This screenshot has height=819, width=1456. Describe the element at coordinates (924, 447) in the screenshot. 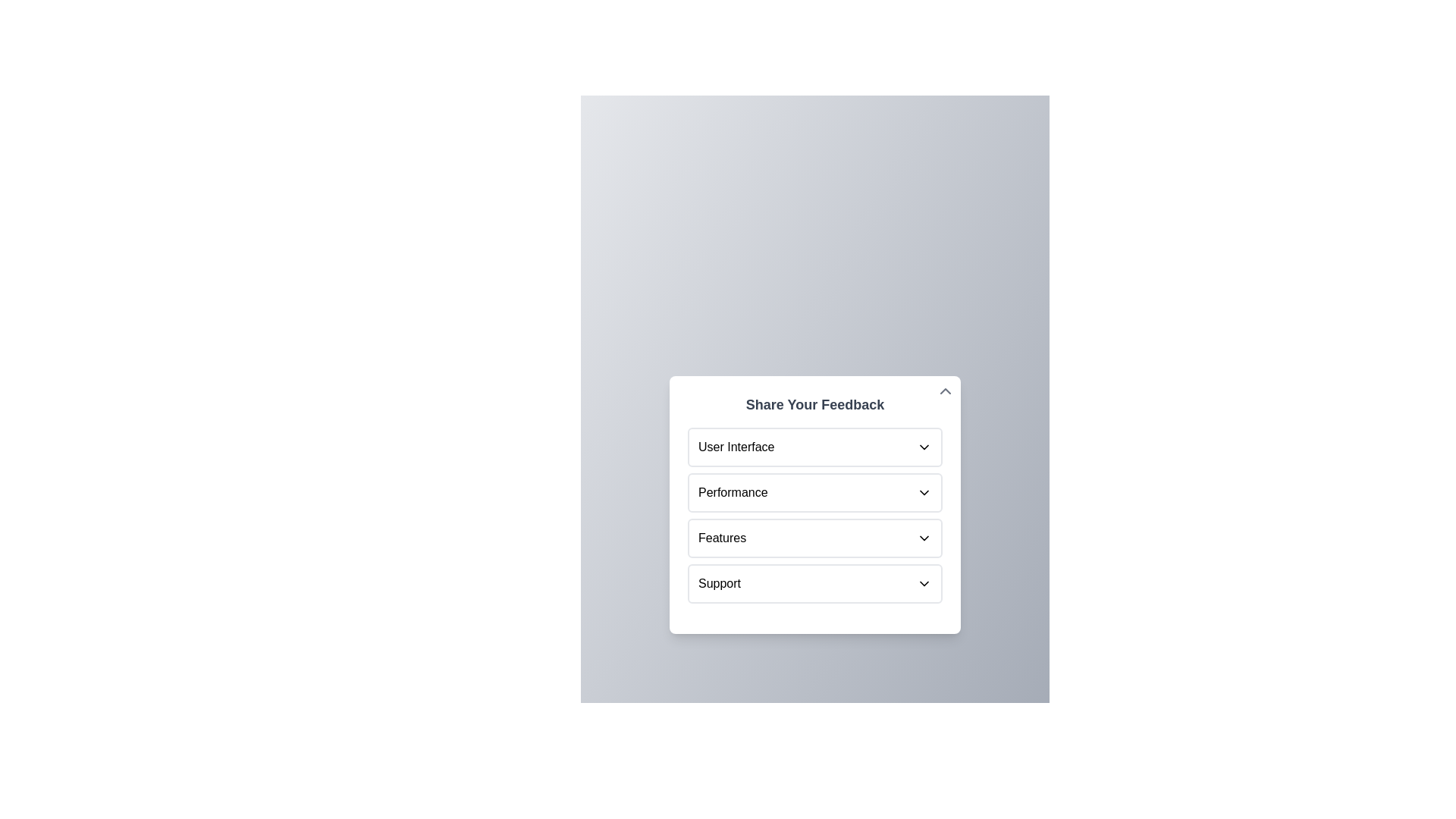

I see `the chevron-down indicator icon, which is a black downward-pointing chevron located at the far-right end of the section labeled 'User Interface'` at that location.